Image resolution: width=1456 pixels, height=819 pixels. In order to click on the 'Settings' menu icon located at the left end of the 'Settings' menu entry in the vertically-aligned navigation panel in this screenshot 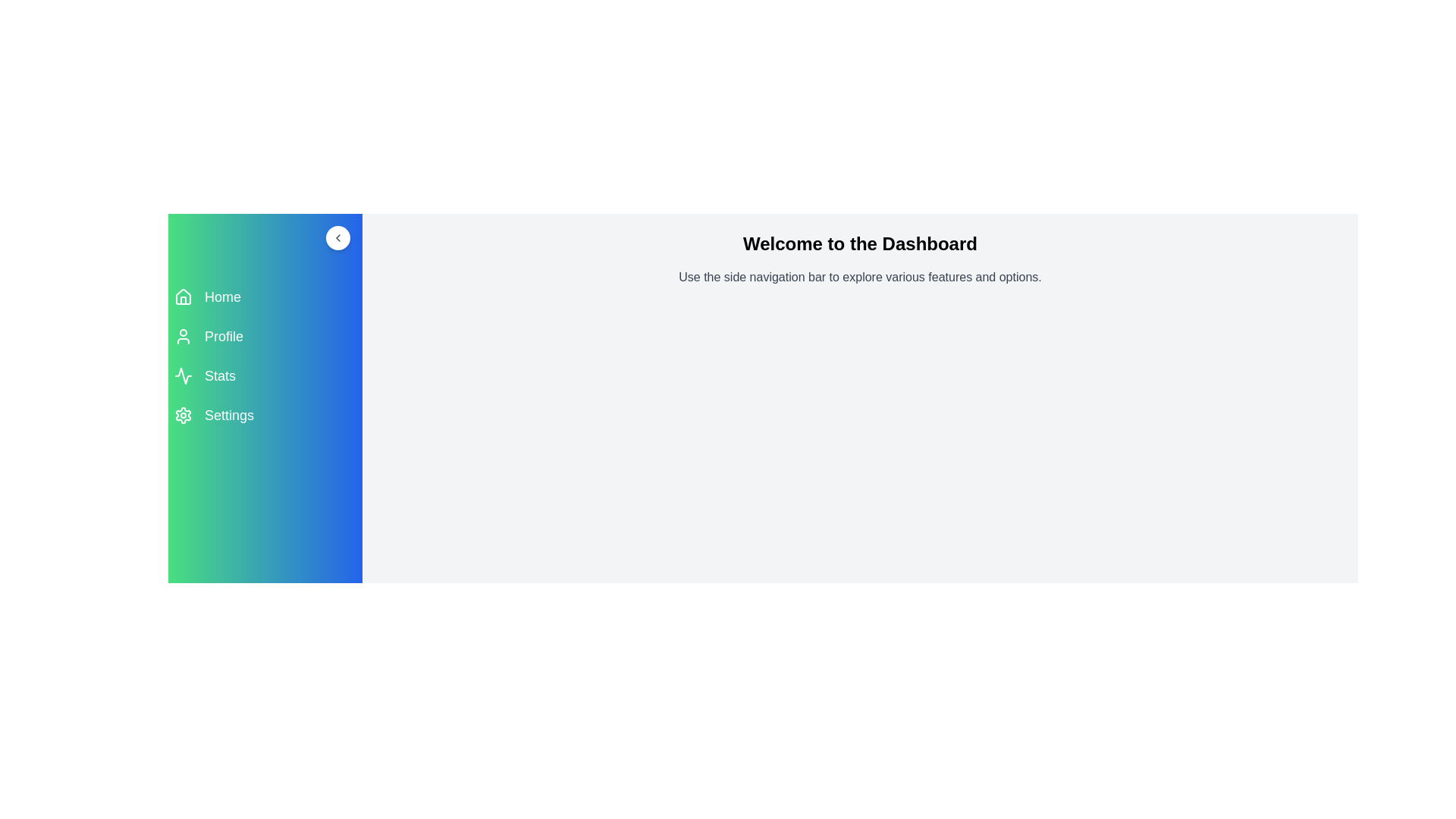, I will do `click(182, 415)`.